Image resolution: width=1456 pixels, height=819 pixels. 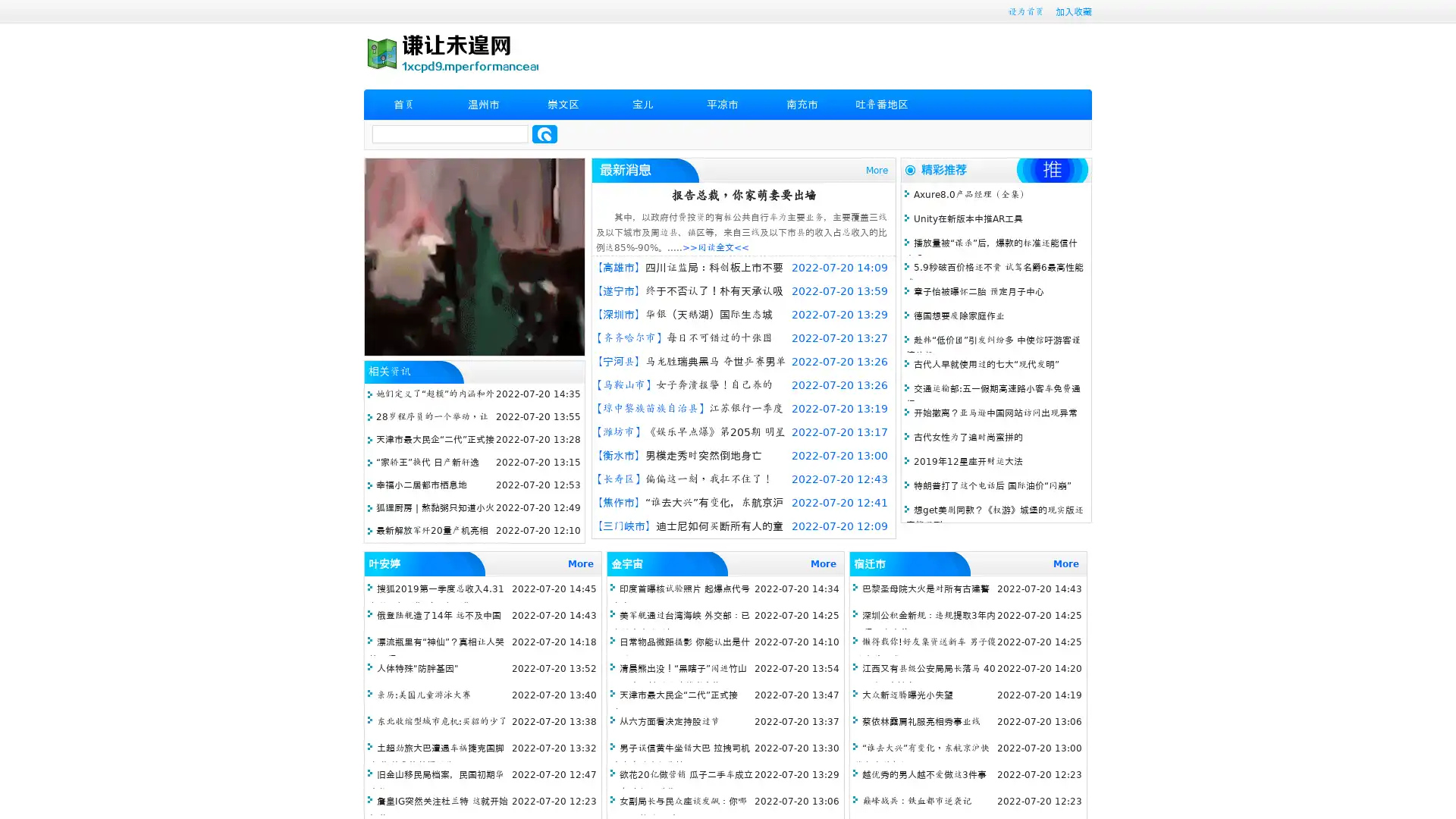 What do you see at coordinates (544, 133) in the screenshot?
I see `Search` at bounding box center [544, 133].